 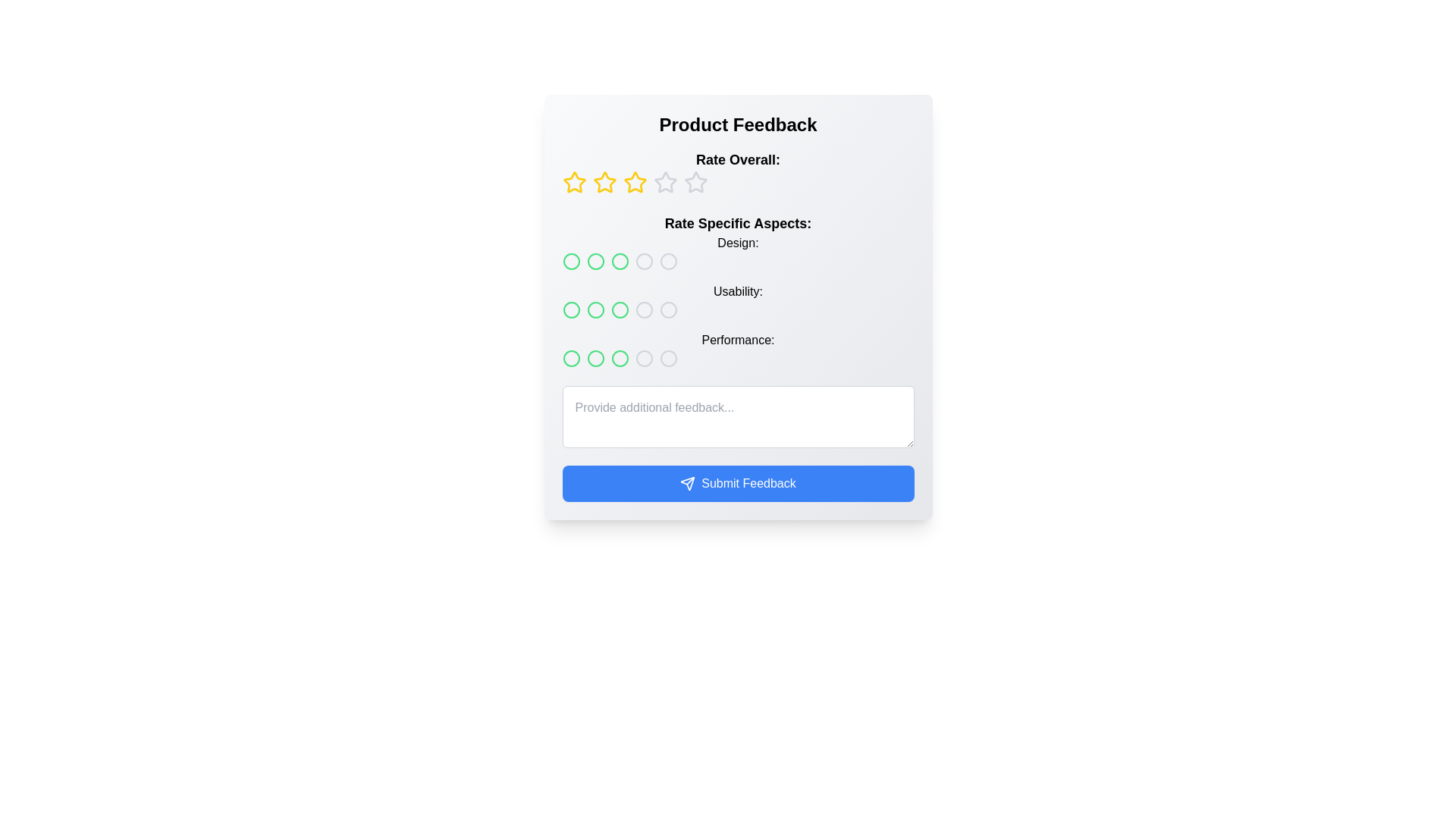 I want to click on the second star icon in the 'Rate Overall' section, so click(x=604, y=181).